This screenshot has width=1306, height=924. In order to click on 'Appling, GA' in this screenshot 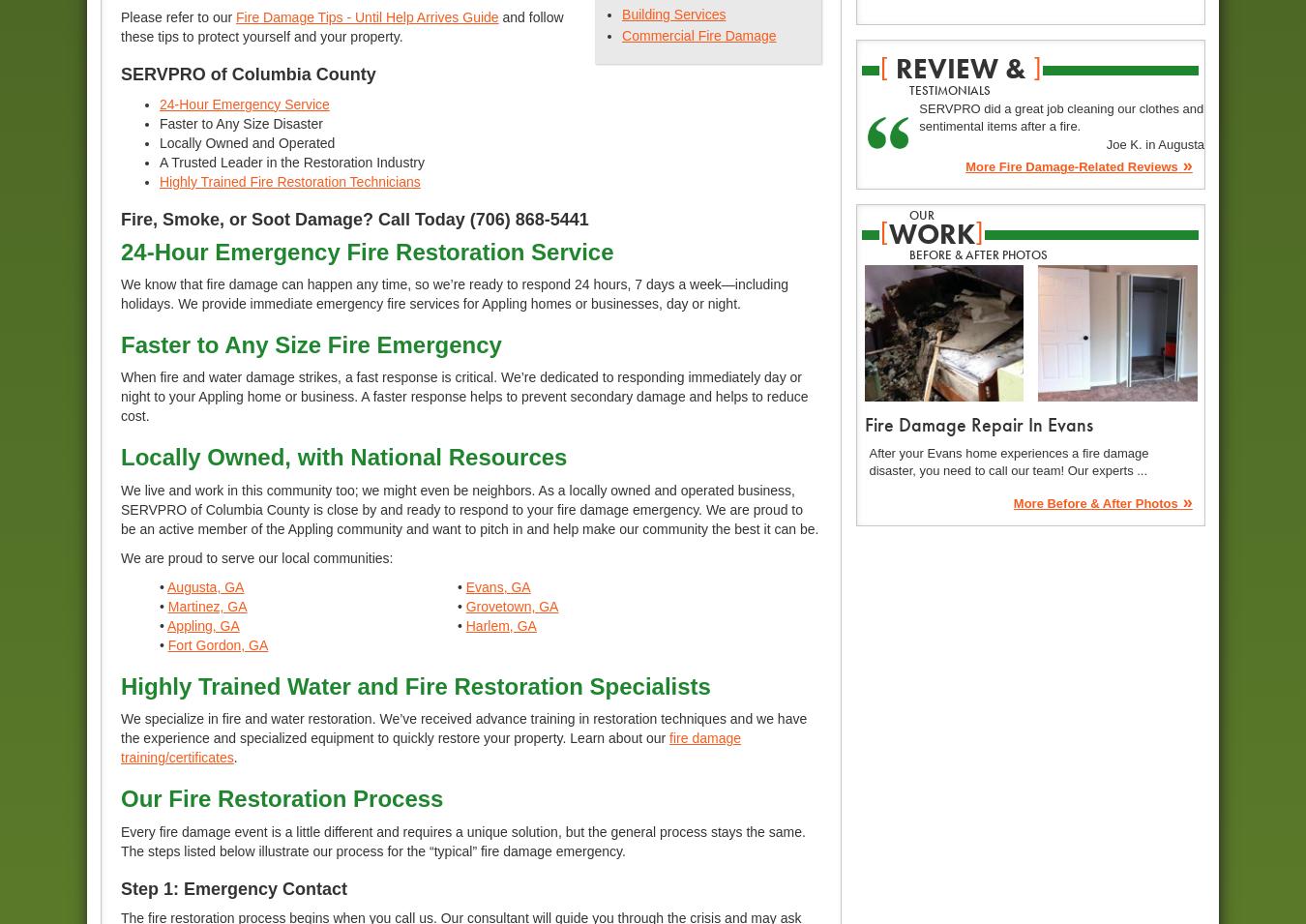, I will do `click(203, 623)`.